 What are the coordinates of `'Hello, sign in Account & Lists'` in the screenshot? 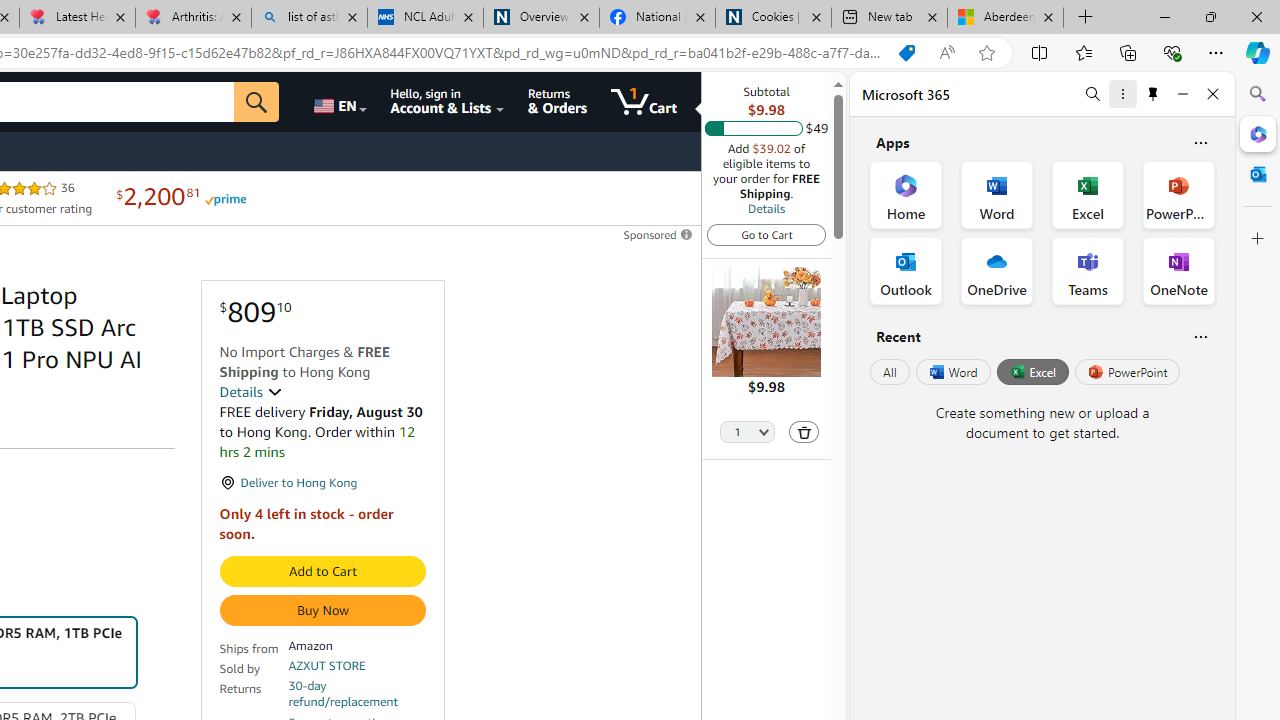 It's located at (447, 101).